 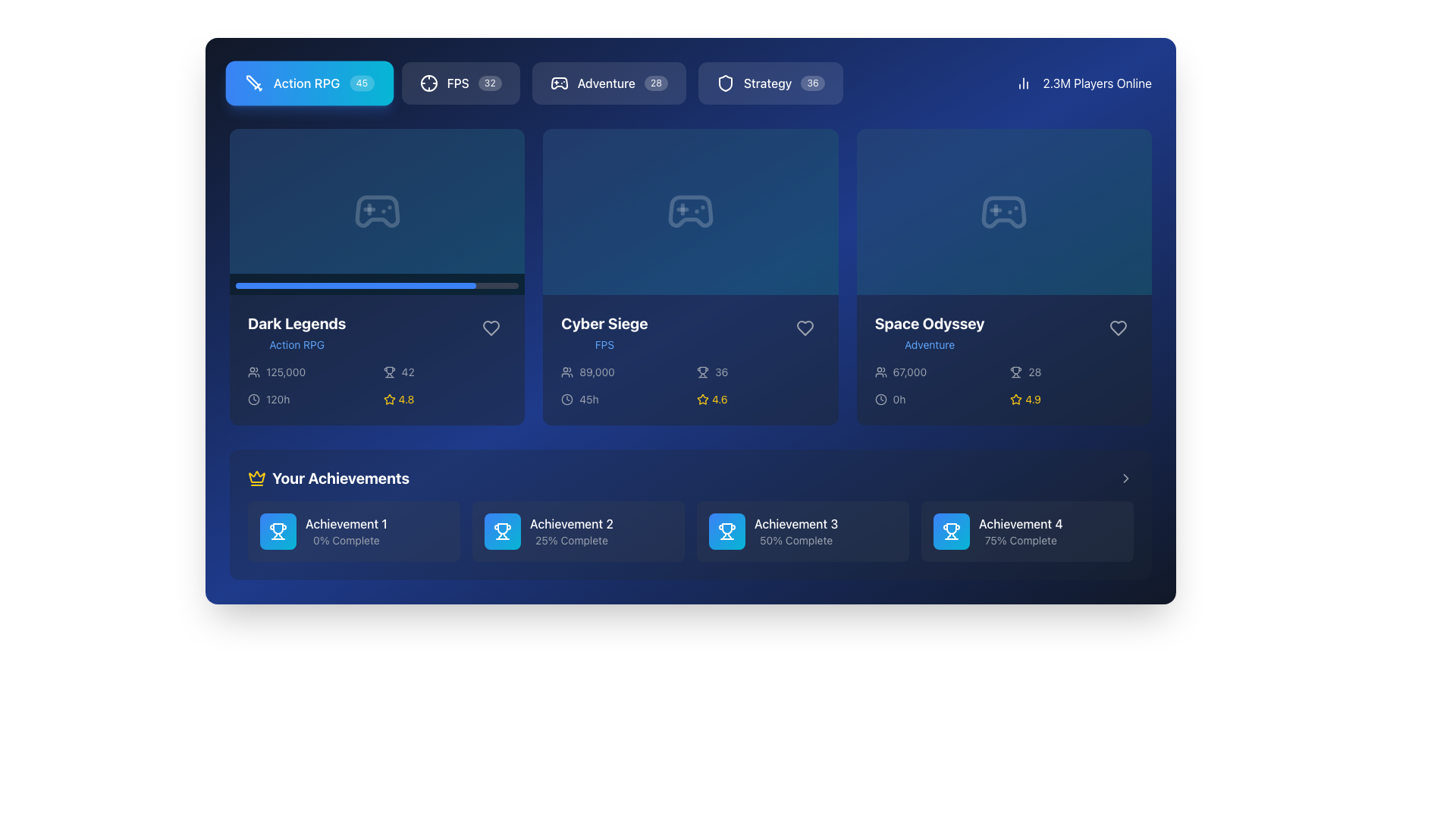 What do you see at coordinates (880, 372) in the screenshot?
I see `the icon representing users or players located to the left of the numerical text '67,000' in the third card labeled 'Space Odyssey'` at bounding box center [880, 372].